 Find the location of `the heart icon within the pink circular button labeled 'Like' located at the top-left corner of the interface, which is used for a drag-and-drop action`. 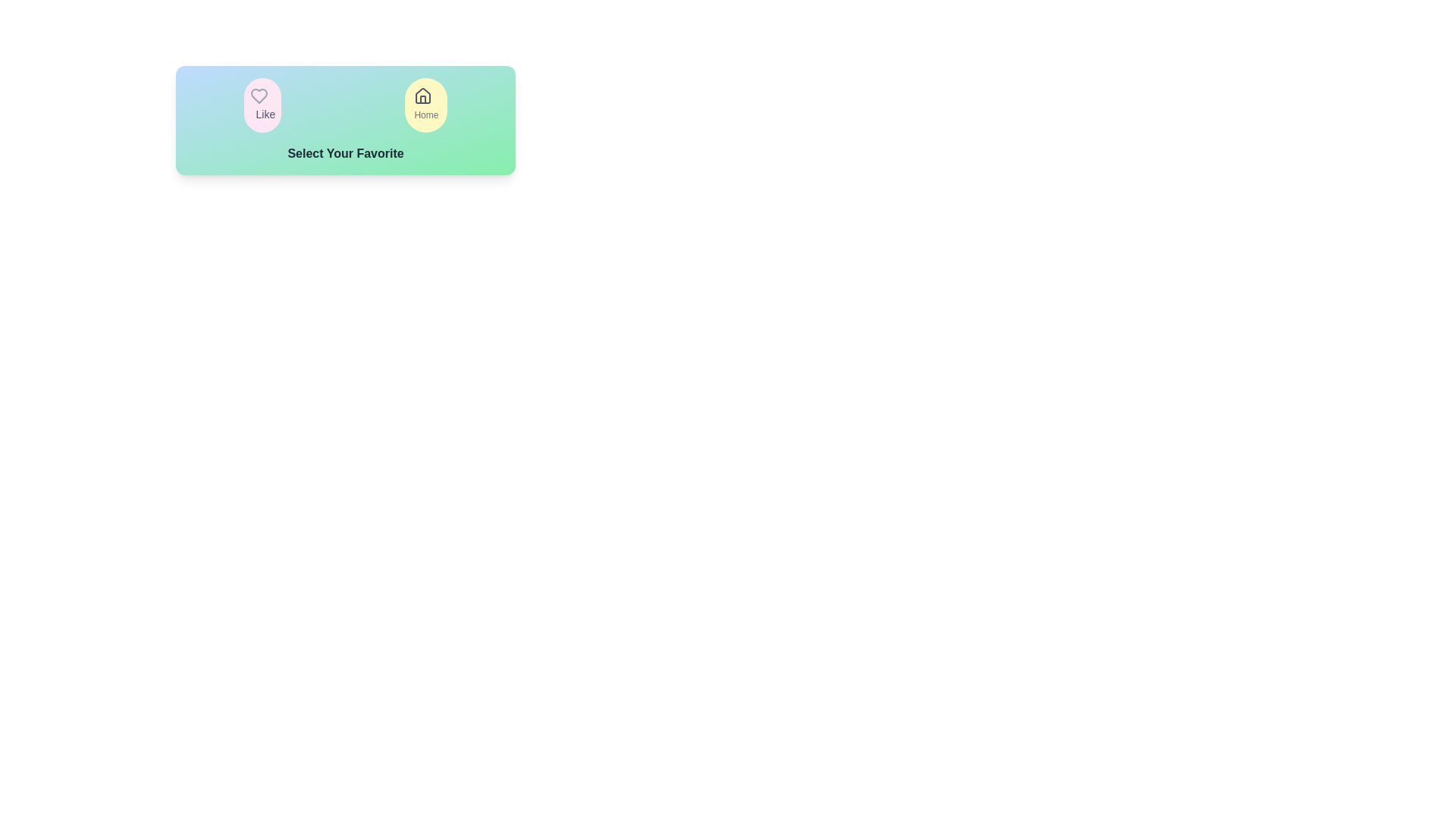

the heart icon within the pink circular button labeled 'Like' located at the top-left corner of the interface, which is used for a drag-and-drop action is located at coordinates (259, 96).